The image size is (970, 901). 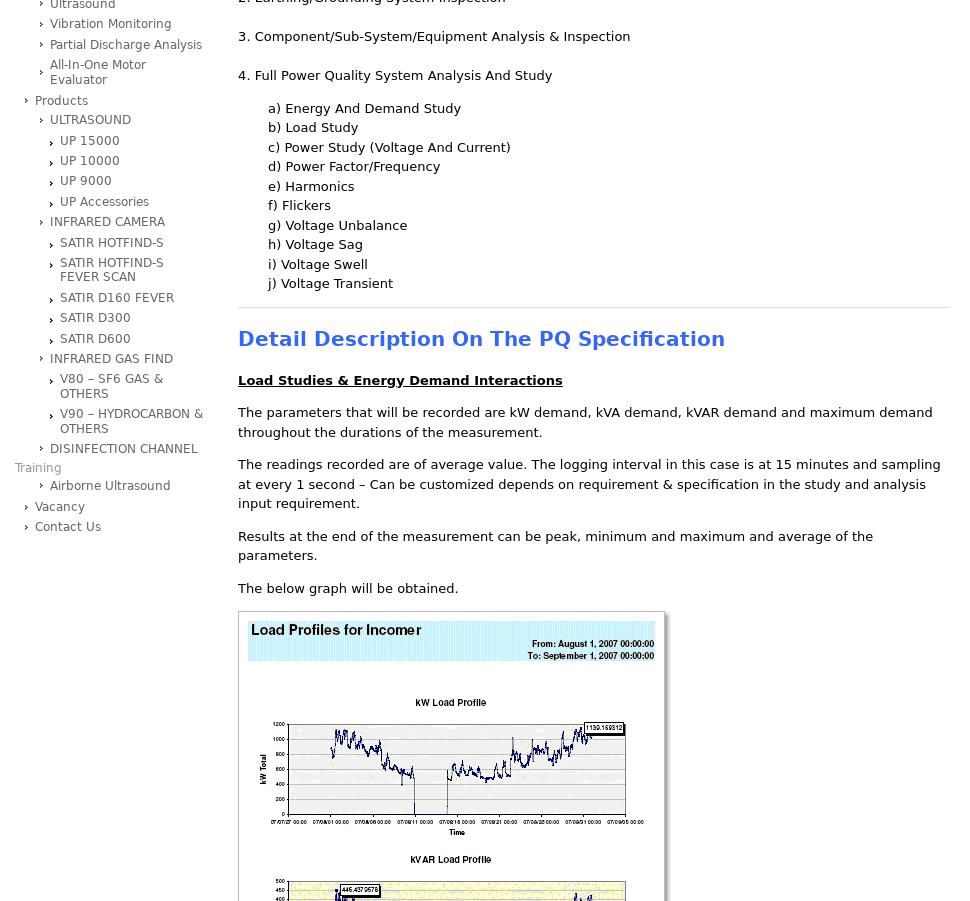 What do you see at coordinates (267, 283) in the screenshot?
I see `'j) Voltage Transient'` at bounding box center [267, 283].